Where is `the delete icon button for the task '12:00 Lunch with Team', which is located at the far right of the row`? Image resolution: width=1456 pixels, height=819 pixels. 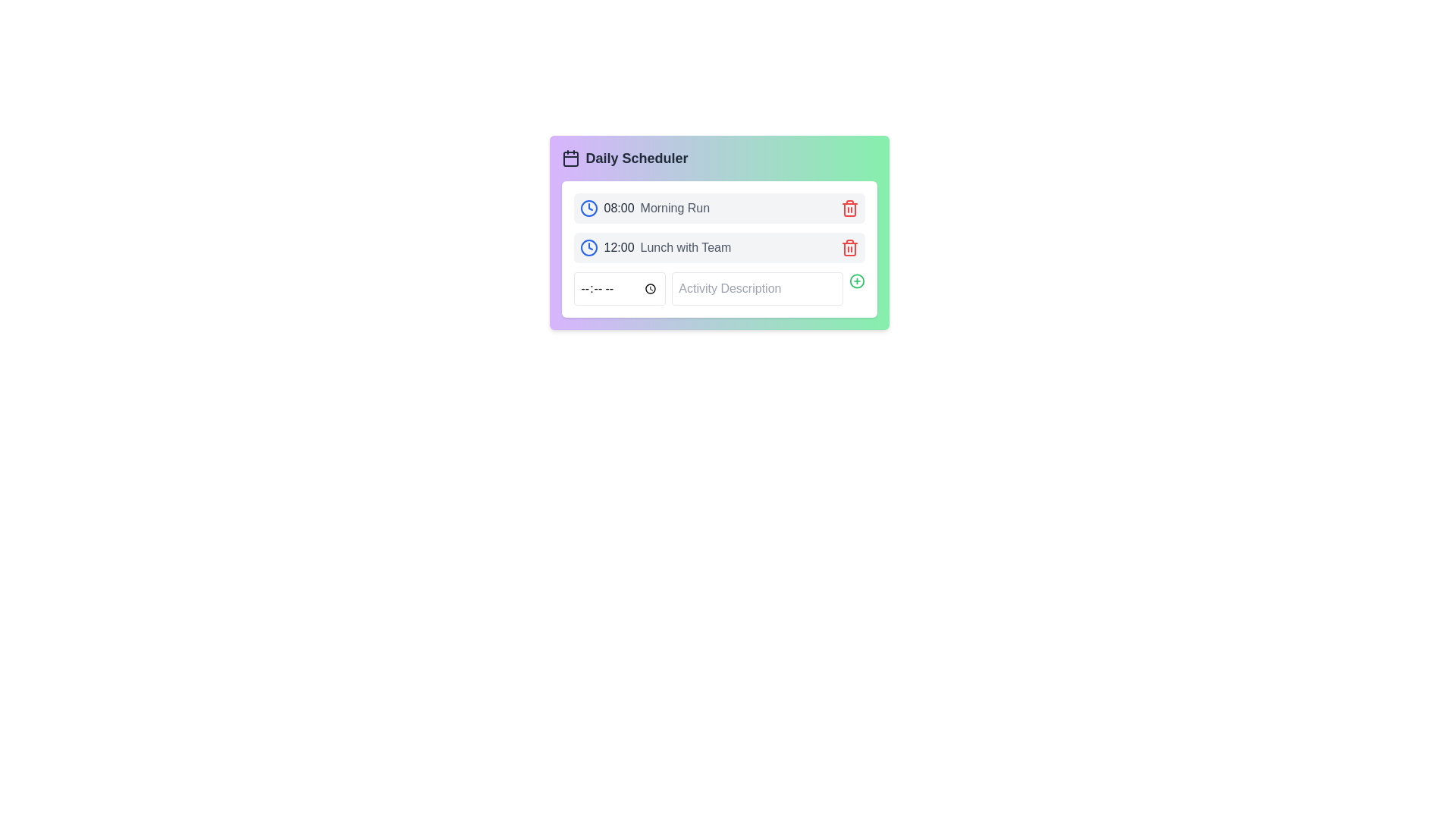
the delete icon button for the task '12:00 Lunch with Team', which is located at the far right of the row is located at coordinates (849, 247).